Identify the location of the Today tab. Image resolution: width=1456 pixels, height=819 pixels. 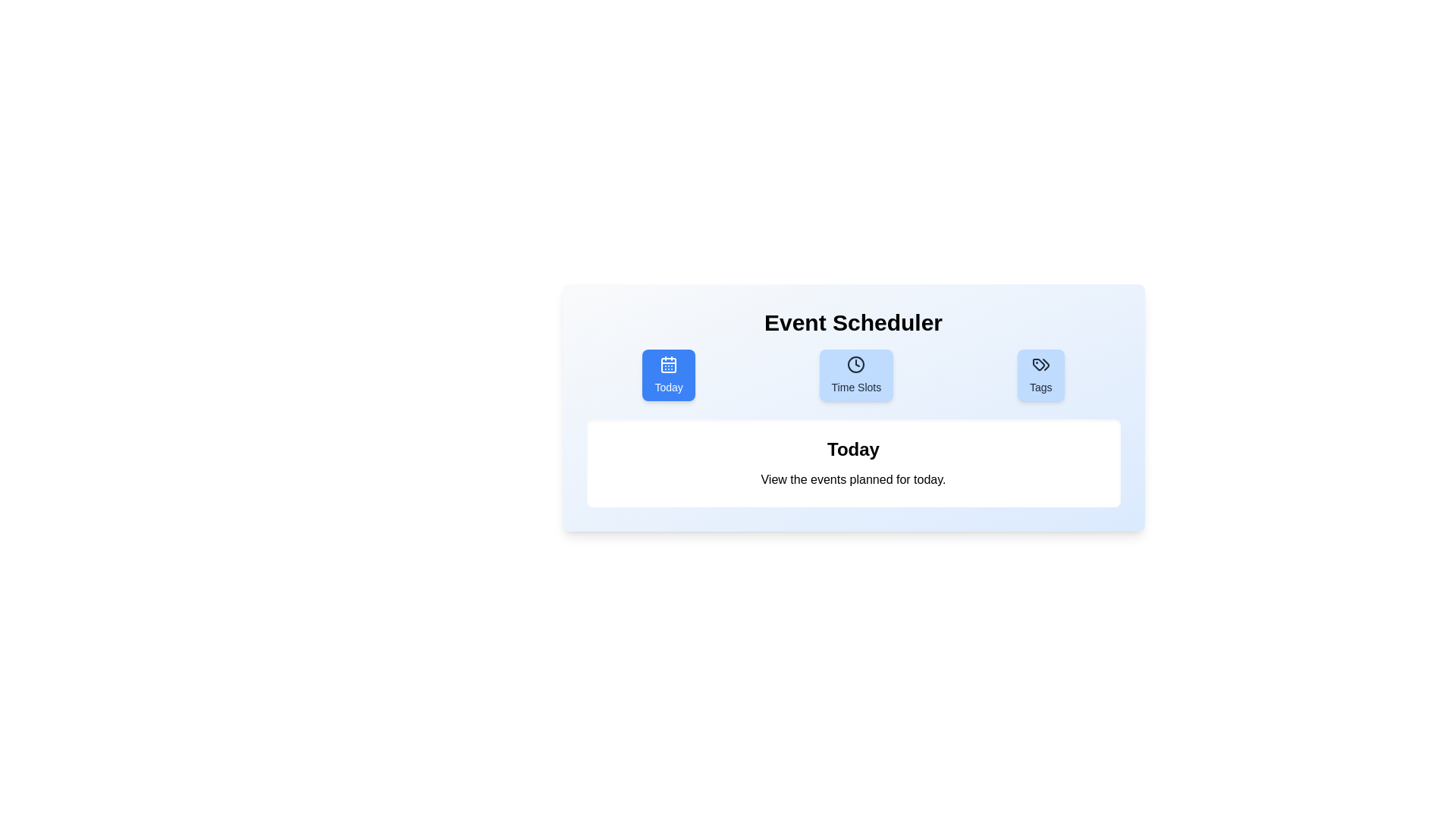
(668, 375).